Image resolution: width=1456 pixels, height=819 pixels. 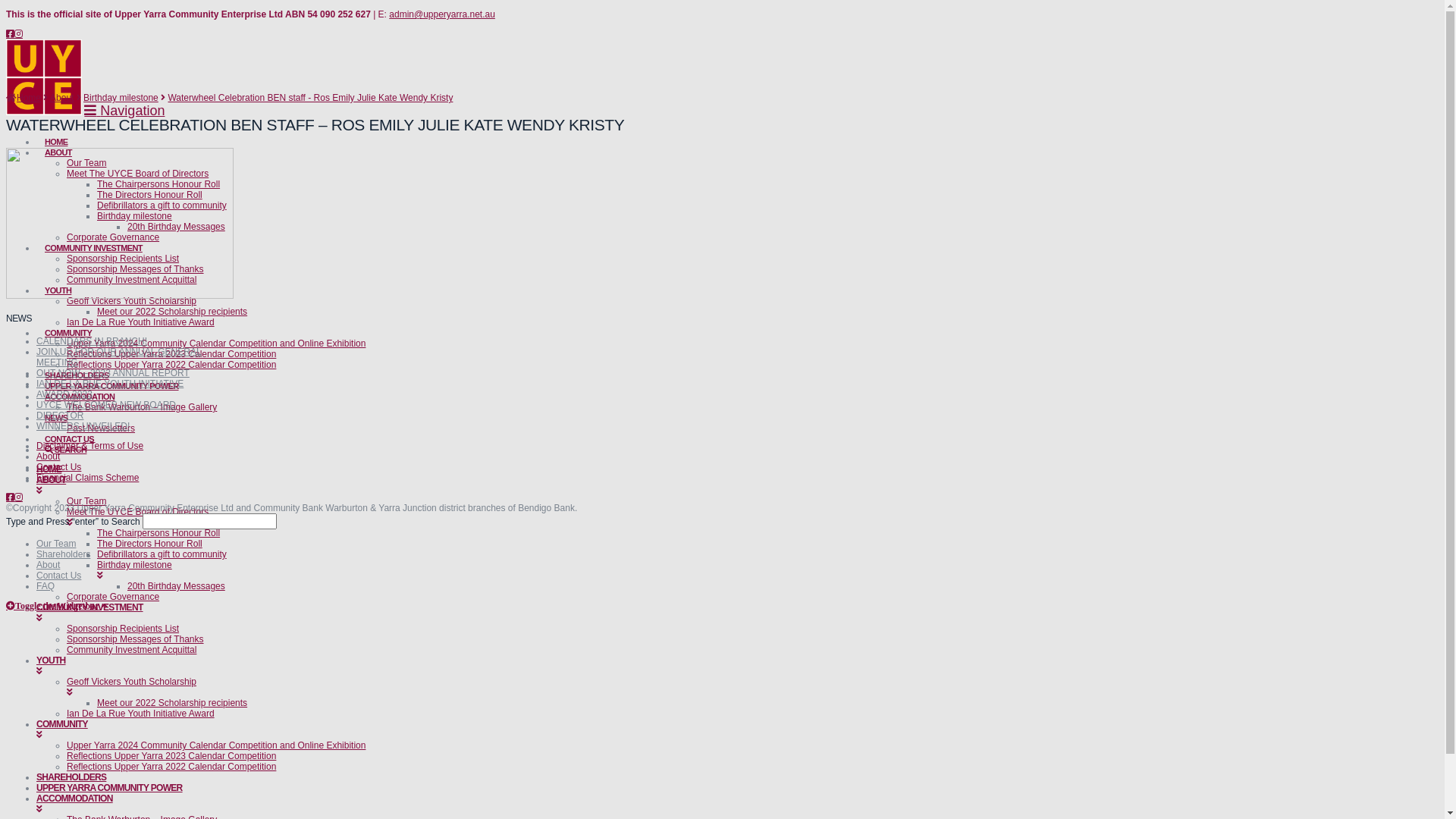 I want to click on 'Corporate Governance', so click(x=111, y=237).